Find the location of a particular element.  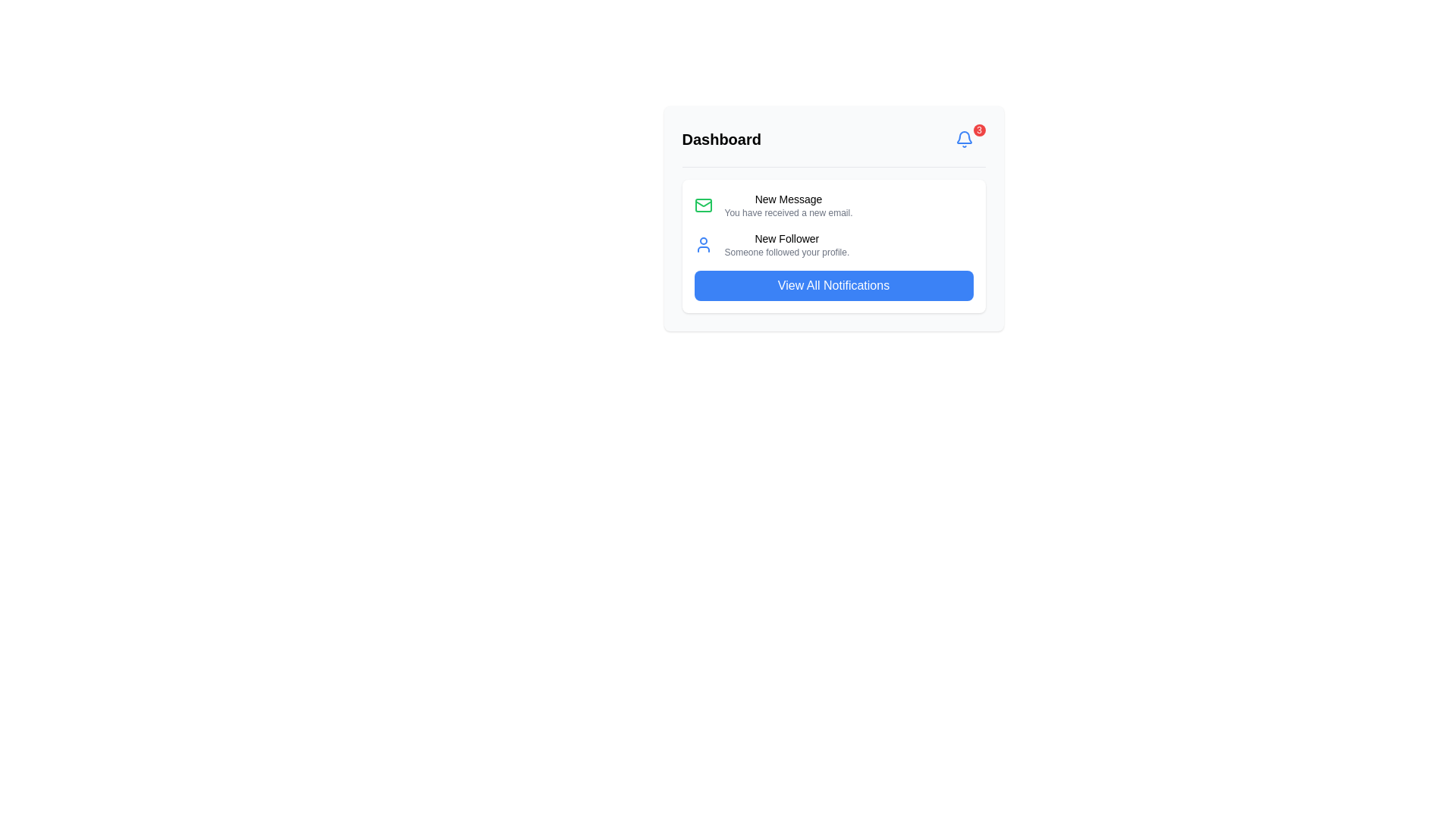

the notification text indicating that someone has followed the user's profile is located at coordinates (786, 244).